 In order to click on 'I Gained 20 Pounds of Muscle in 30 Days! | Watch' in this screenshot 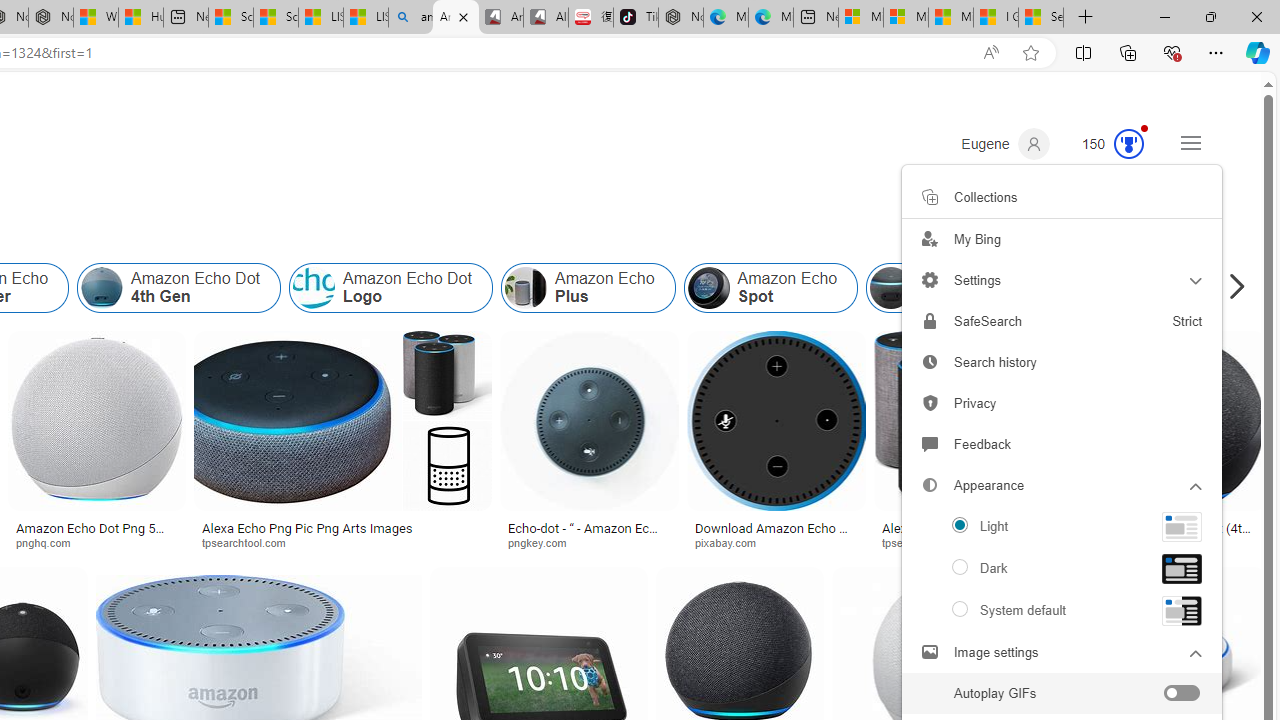, I will do `click(995, 17)`.